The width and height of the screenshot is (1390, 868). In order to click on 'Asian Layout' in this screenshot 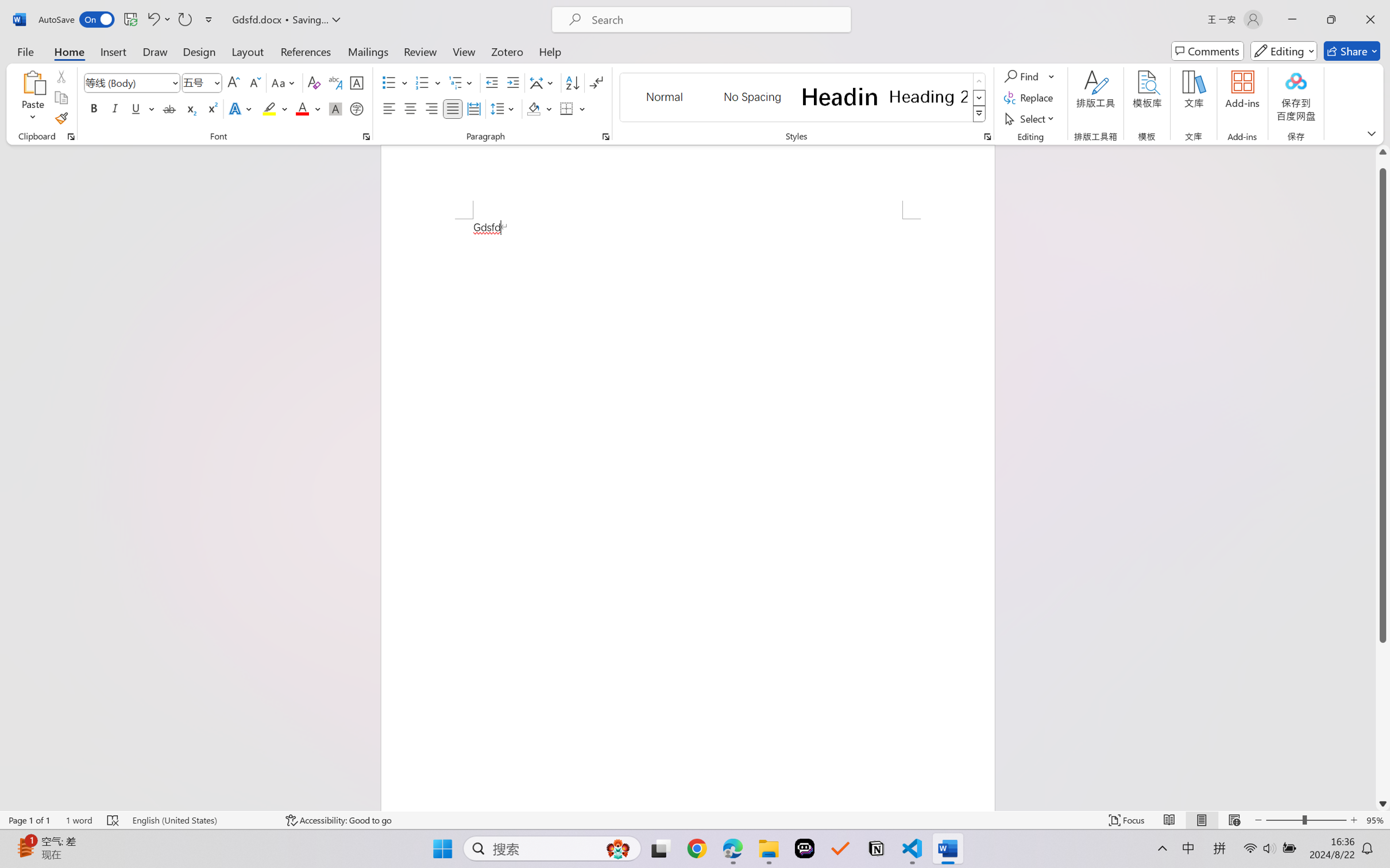, I will do `click(542, 83)`.